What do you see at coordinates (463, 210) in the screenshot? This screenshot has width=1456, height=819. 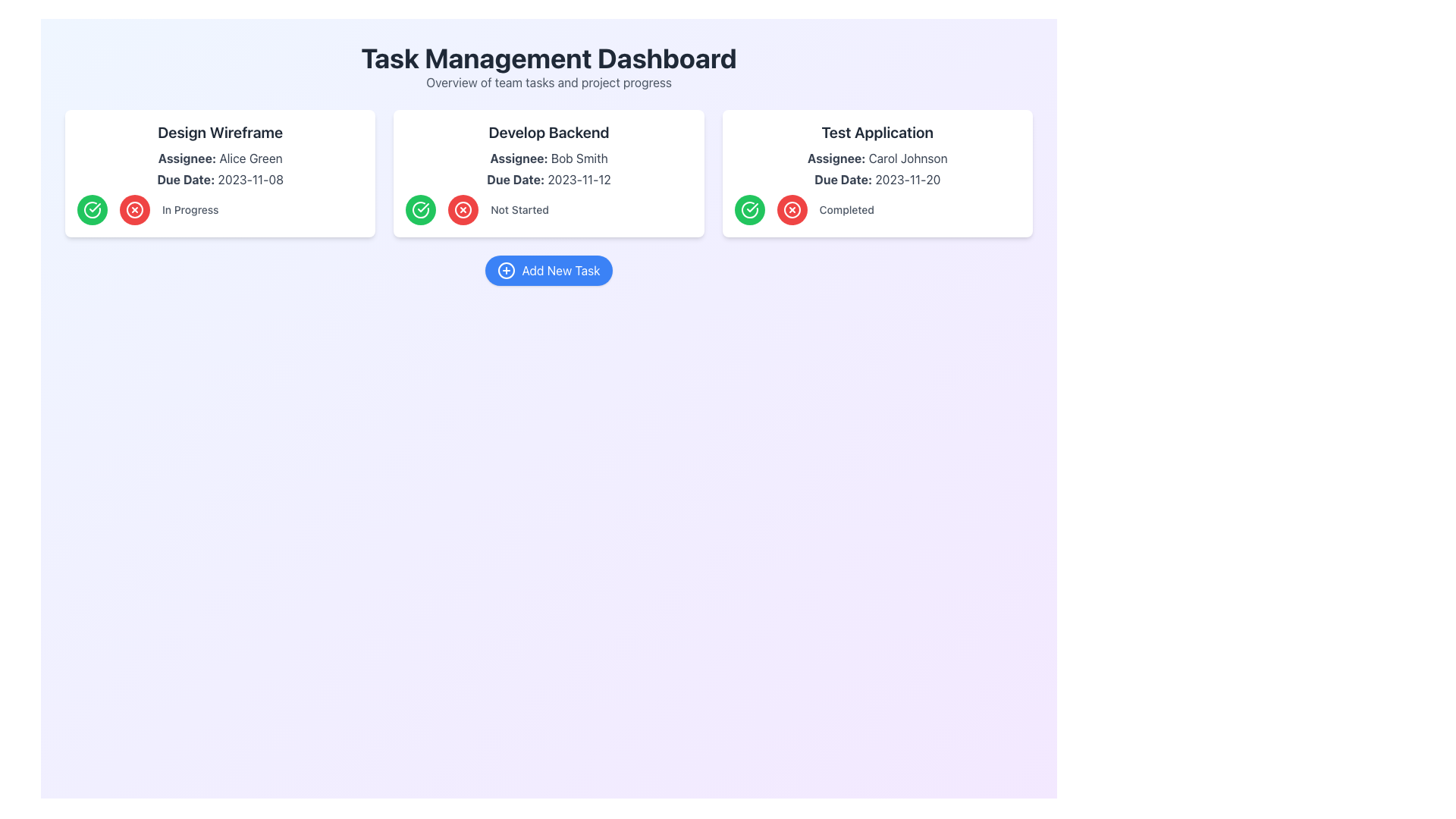 I see `the cancellation button located in the 'Develop Backend' task card, positioned below the task title and to the left of the green checkmark icon` at bounding box center [463, 210].